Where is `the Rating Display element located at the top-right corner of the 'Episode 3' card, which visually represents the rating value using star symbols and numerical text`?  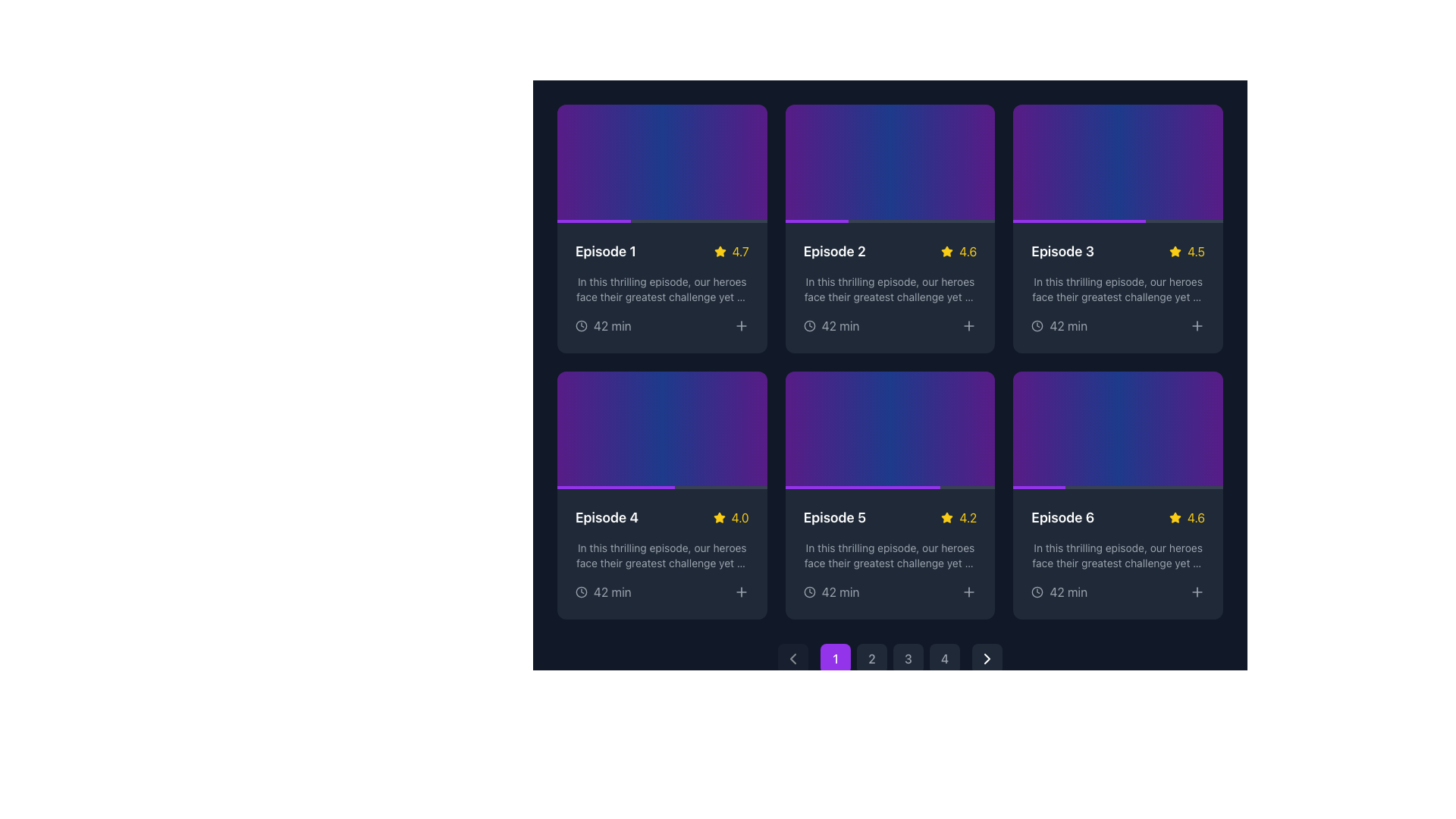 the Rating Display element located at the top-right corner of the 'Episode 3' card, which visually represents the rating value using star symbols and numerical text is located at coordinates (1186, 250).